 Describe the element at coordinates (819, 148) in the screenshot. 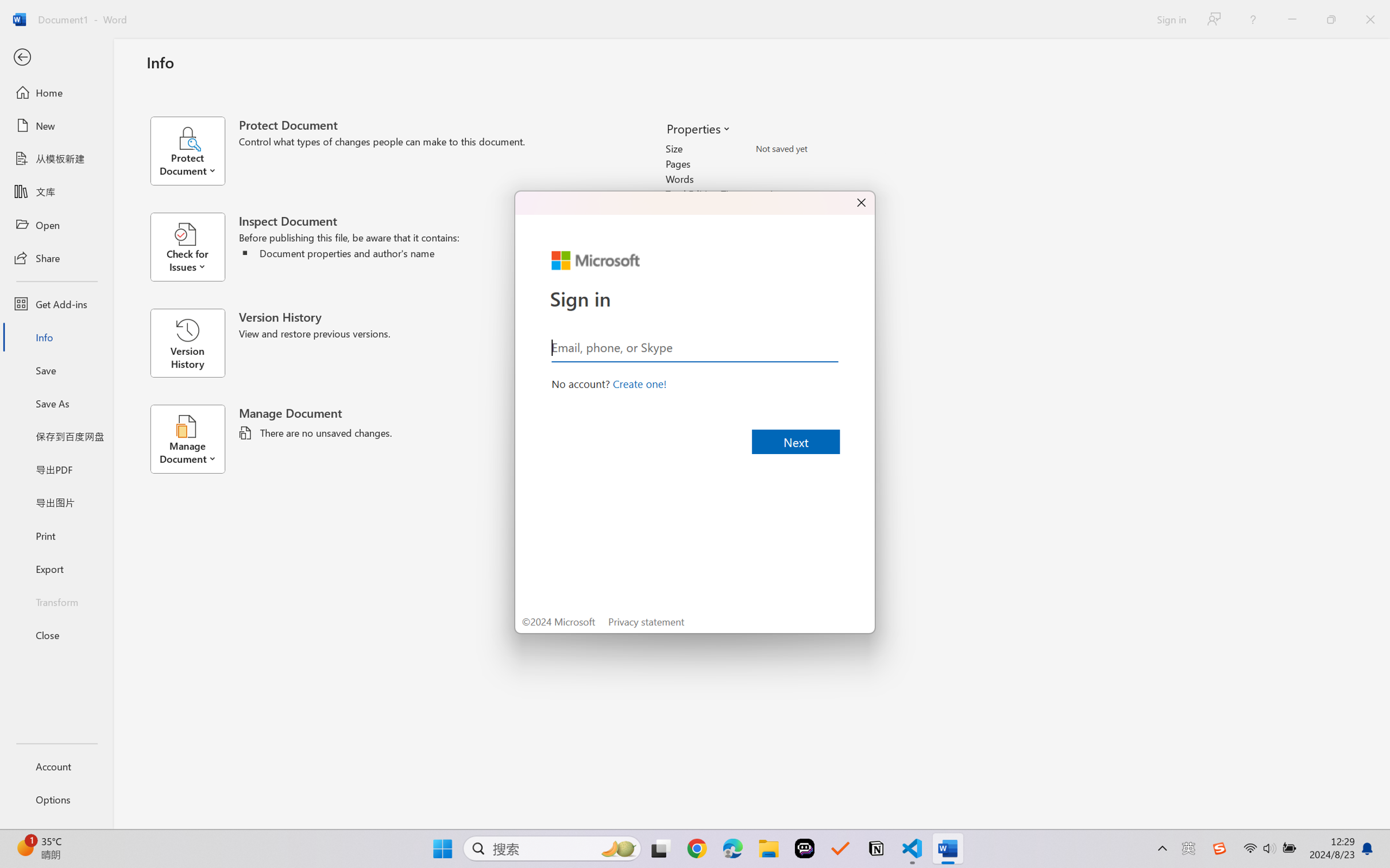

I see `'Size'` at that location.